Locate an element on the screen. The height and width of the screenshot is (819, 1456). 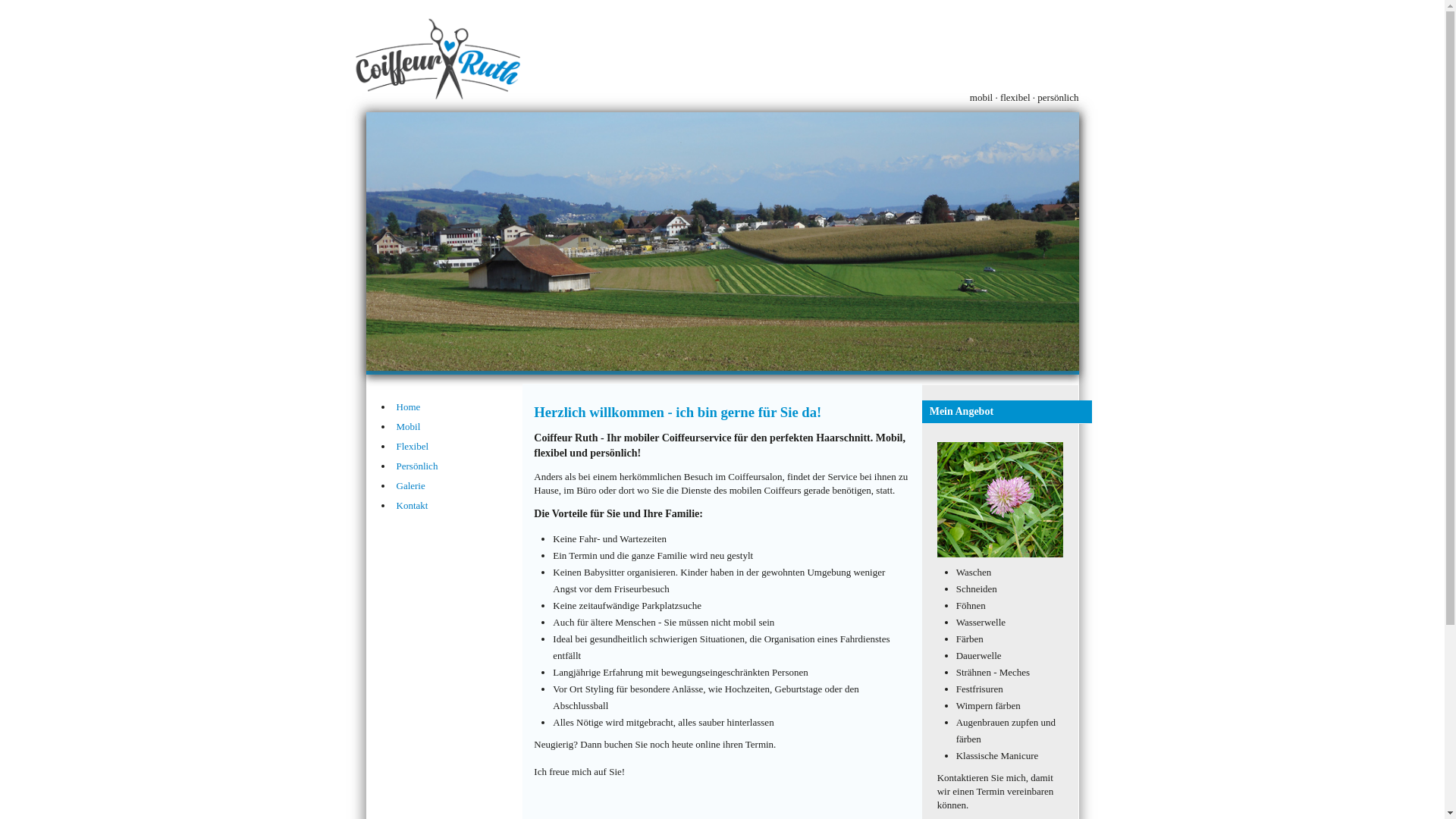
'Galerie' is located at coordinates (396, 485).